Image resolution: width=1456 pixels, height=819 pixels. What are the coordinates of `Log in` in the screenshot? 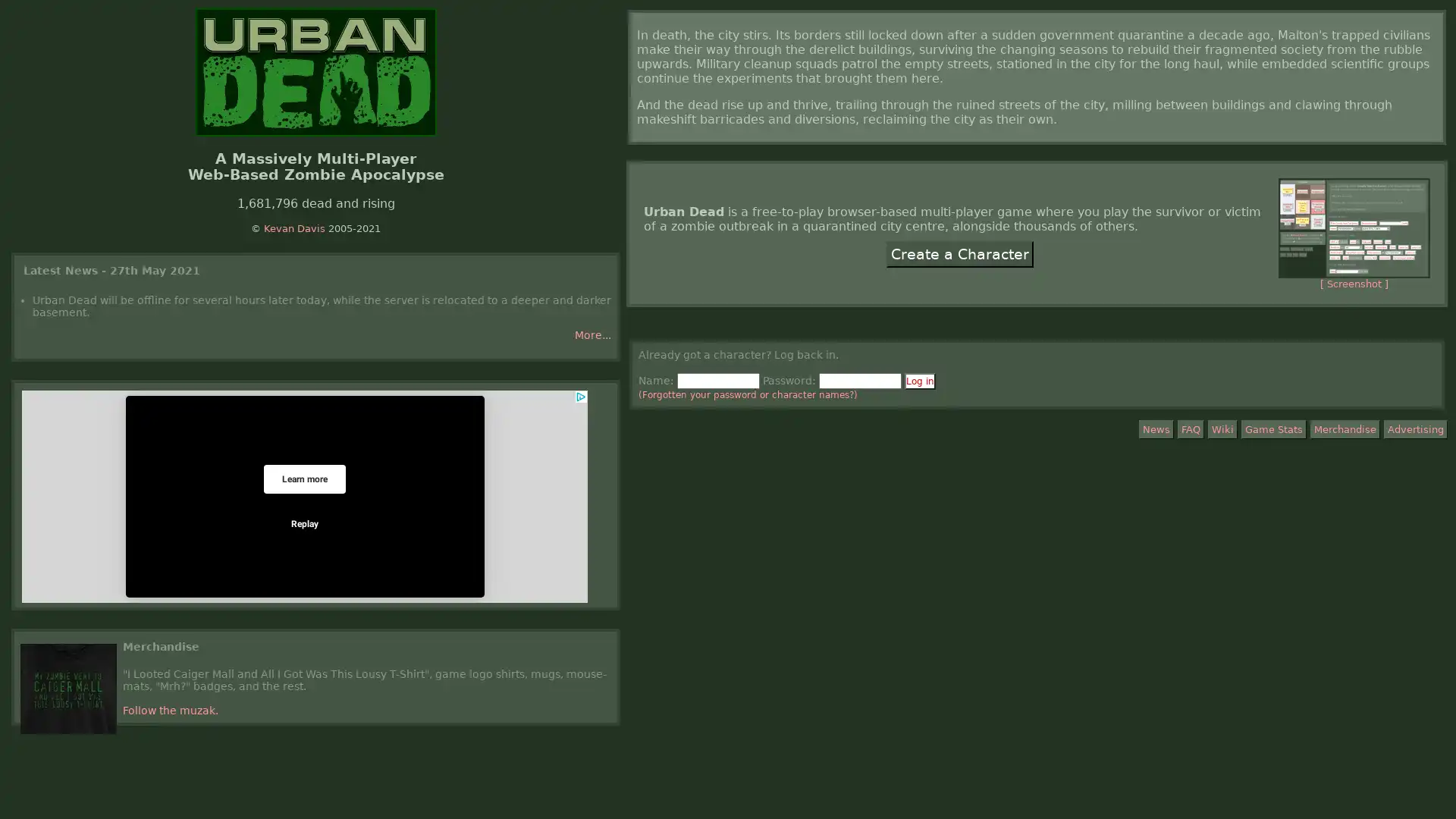 It's located at (919, 380).